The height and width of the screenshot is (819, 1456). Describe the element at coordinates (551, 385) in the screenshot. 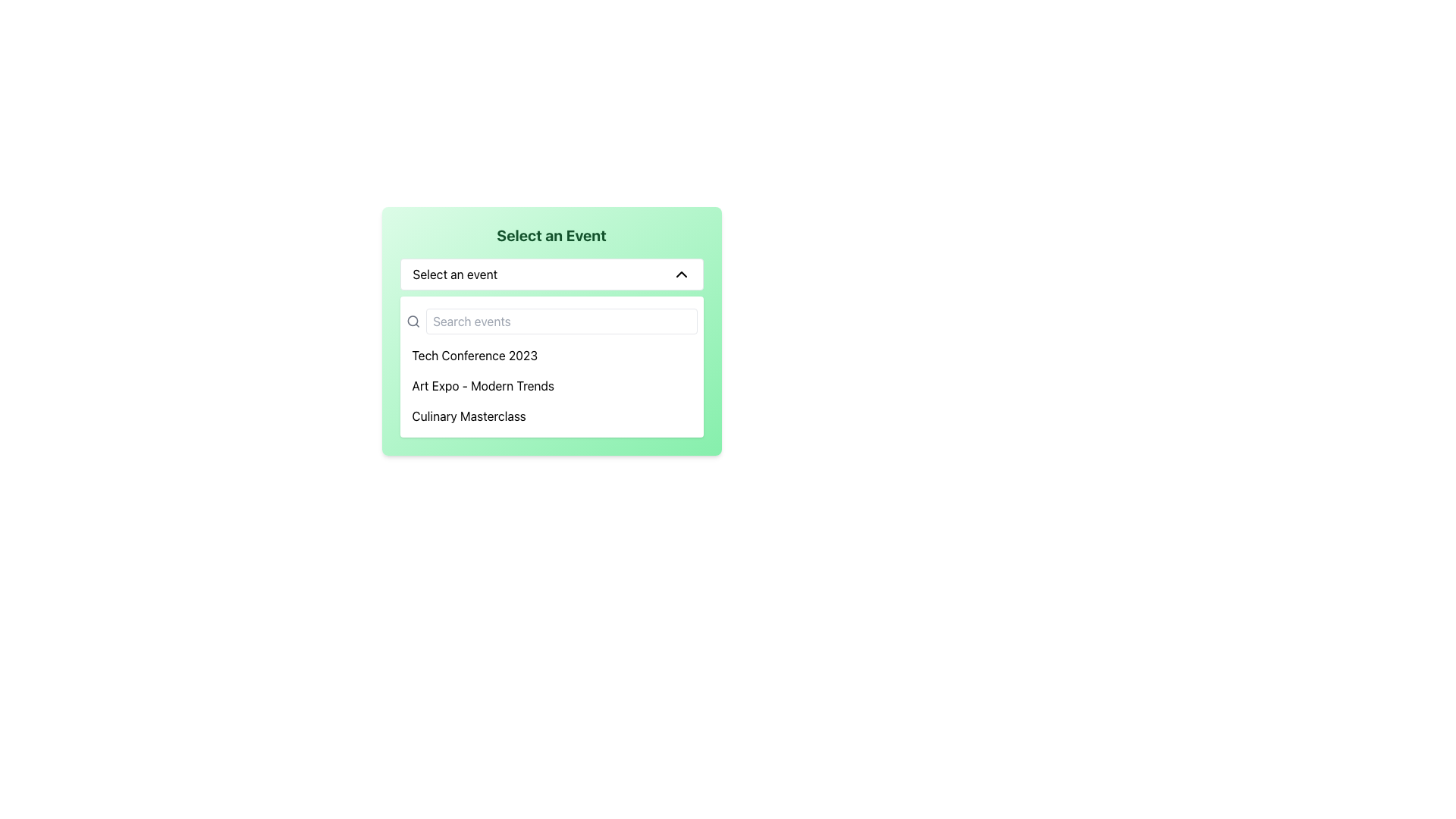

I see `the 'Art Expo - Modern Trends' selectable menu option located under 'Tech Conference 2023' and above 'Culinary Masterclass' in the event selection list` at that location.